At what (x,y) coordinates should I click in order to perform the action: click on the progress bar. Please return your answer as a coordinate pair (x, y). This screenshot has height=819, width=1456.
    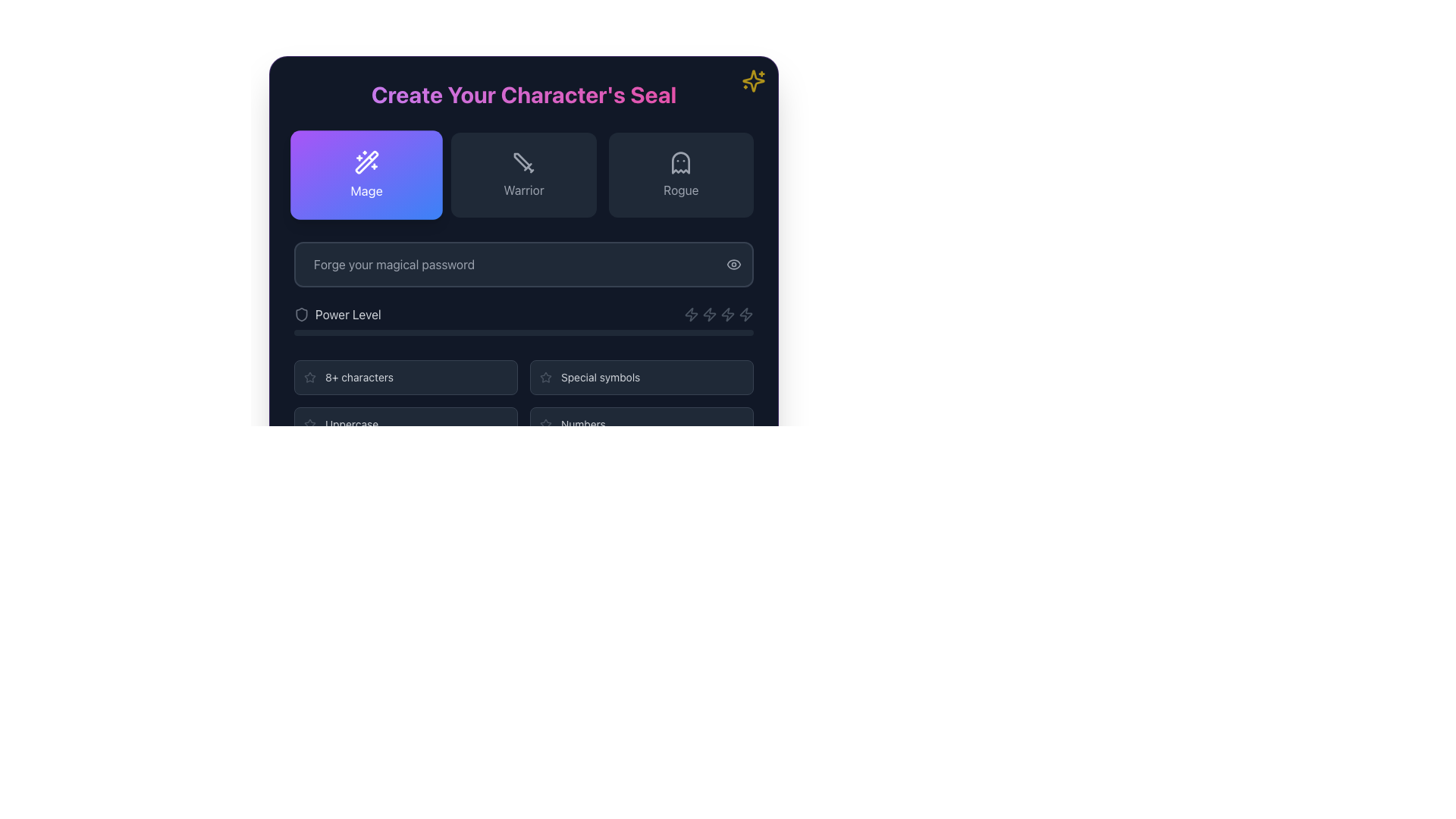
    Looking at the image, I should click on (426, 332).